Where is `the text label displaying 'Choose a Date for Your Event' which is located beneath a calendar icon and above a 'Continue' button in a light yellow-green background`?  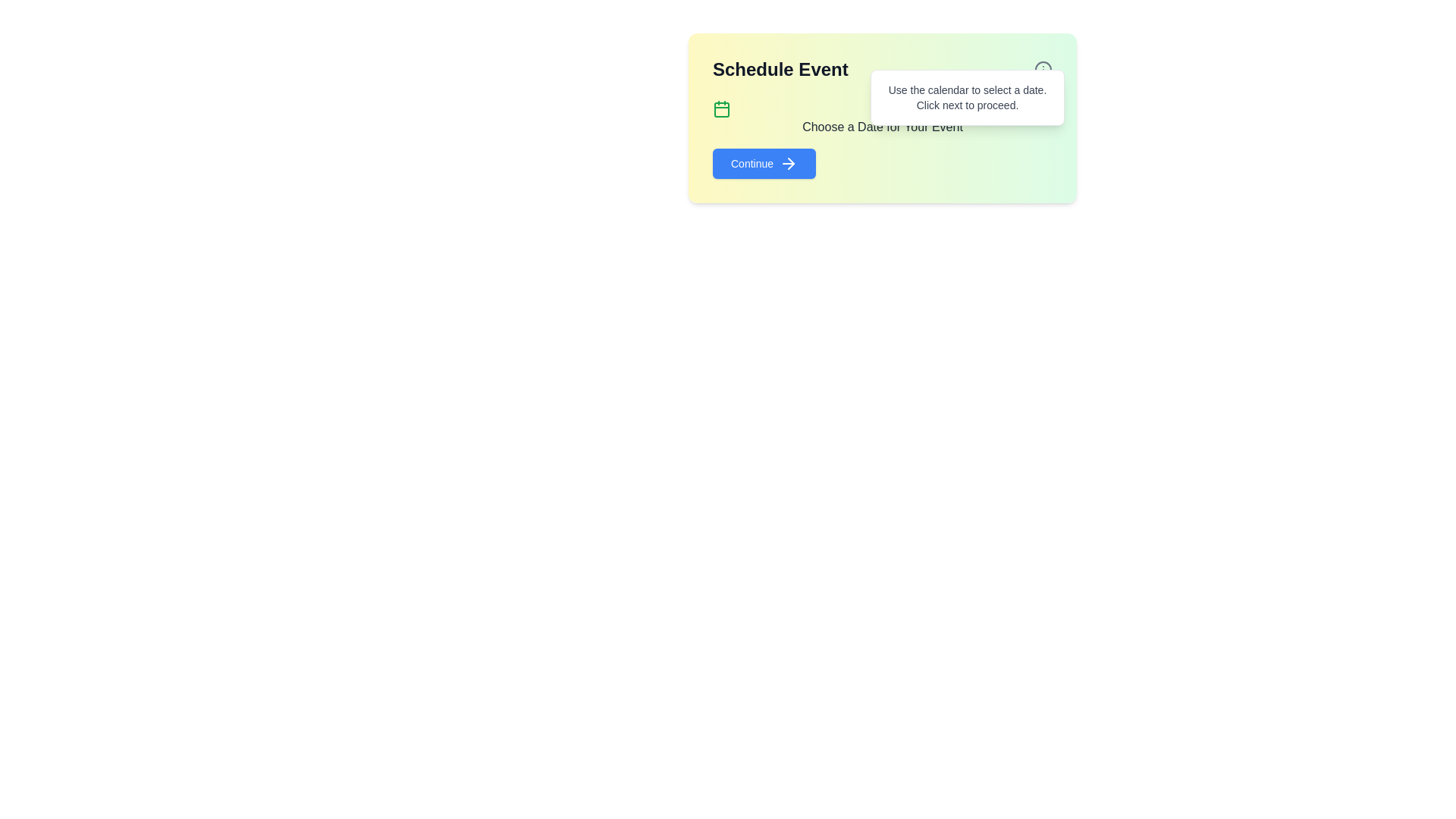 the text label displaying 'Choose a Date for Your Event' which is located beneath a calendar icon and above a 'Continue' button in a light yellow-green background is located at coordinates (882, 117).